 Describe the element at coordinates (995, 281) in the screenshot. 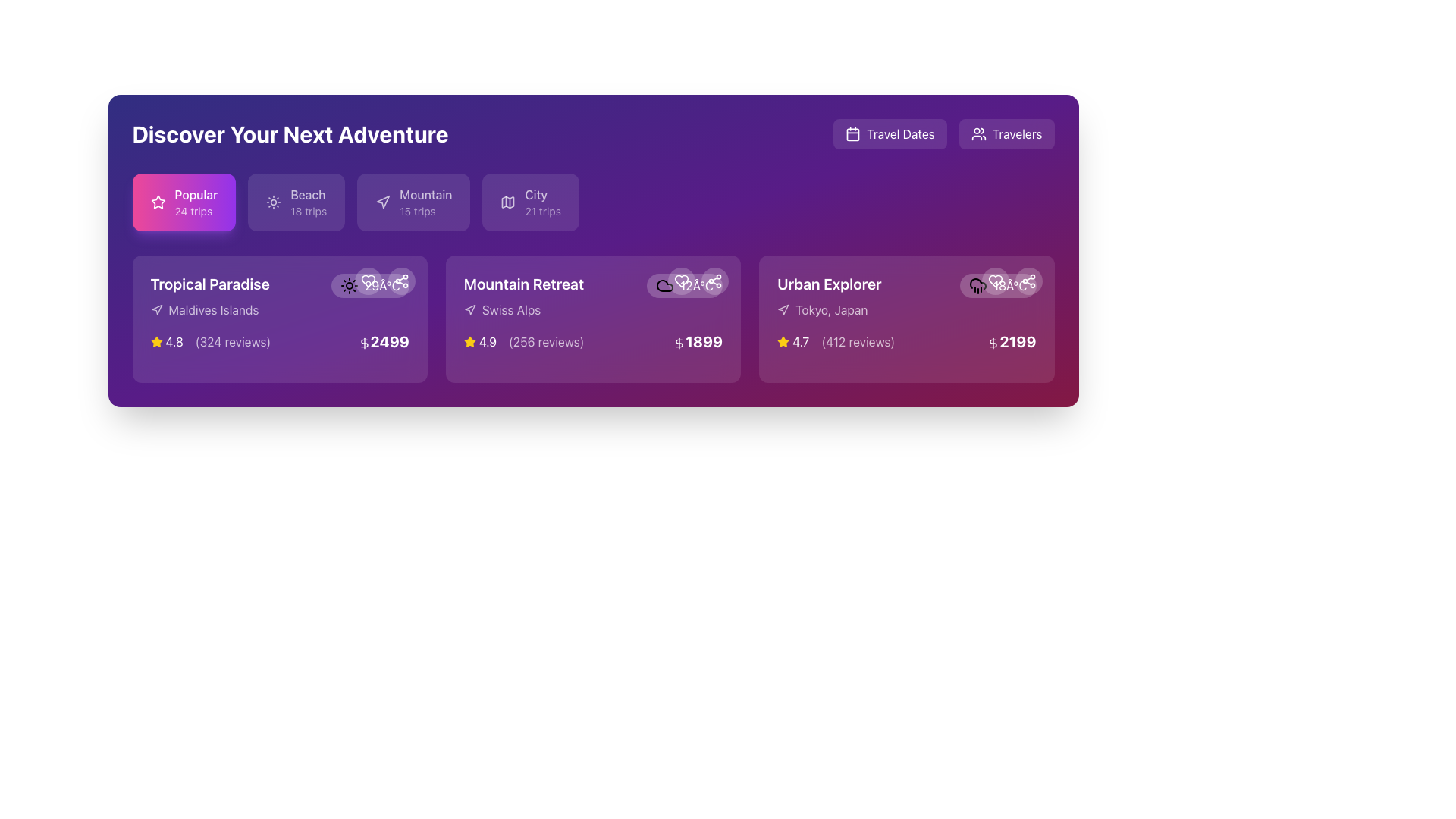

I see `the heart-shaped outline icon button with a white stroke, located in the upper right of the 'Urban Explorer' card` at that location.